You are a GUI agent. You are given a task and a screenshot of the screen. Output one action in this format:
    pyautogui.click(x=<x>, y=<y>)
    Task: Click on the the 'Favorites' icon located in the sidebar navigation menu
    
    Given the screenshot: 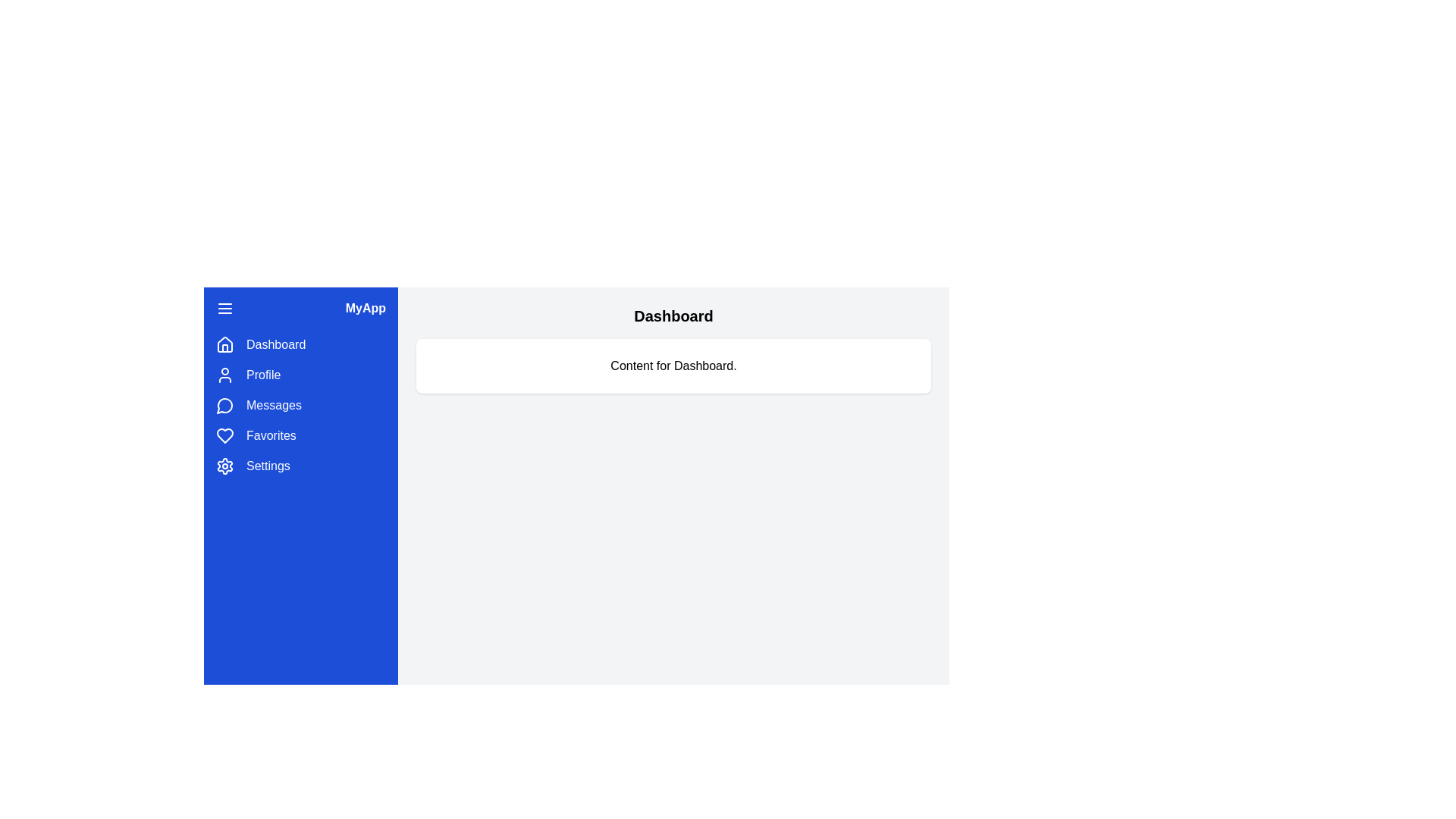 What is the action you would take?
    pyautogui.click(x=224, y=435)
    